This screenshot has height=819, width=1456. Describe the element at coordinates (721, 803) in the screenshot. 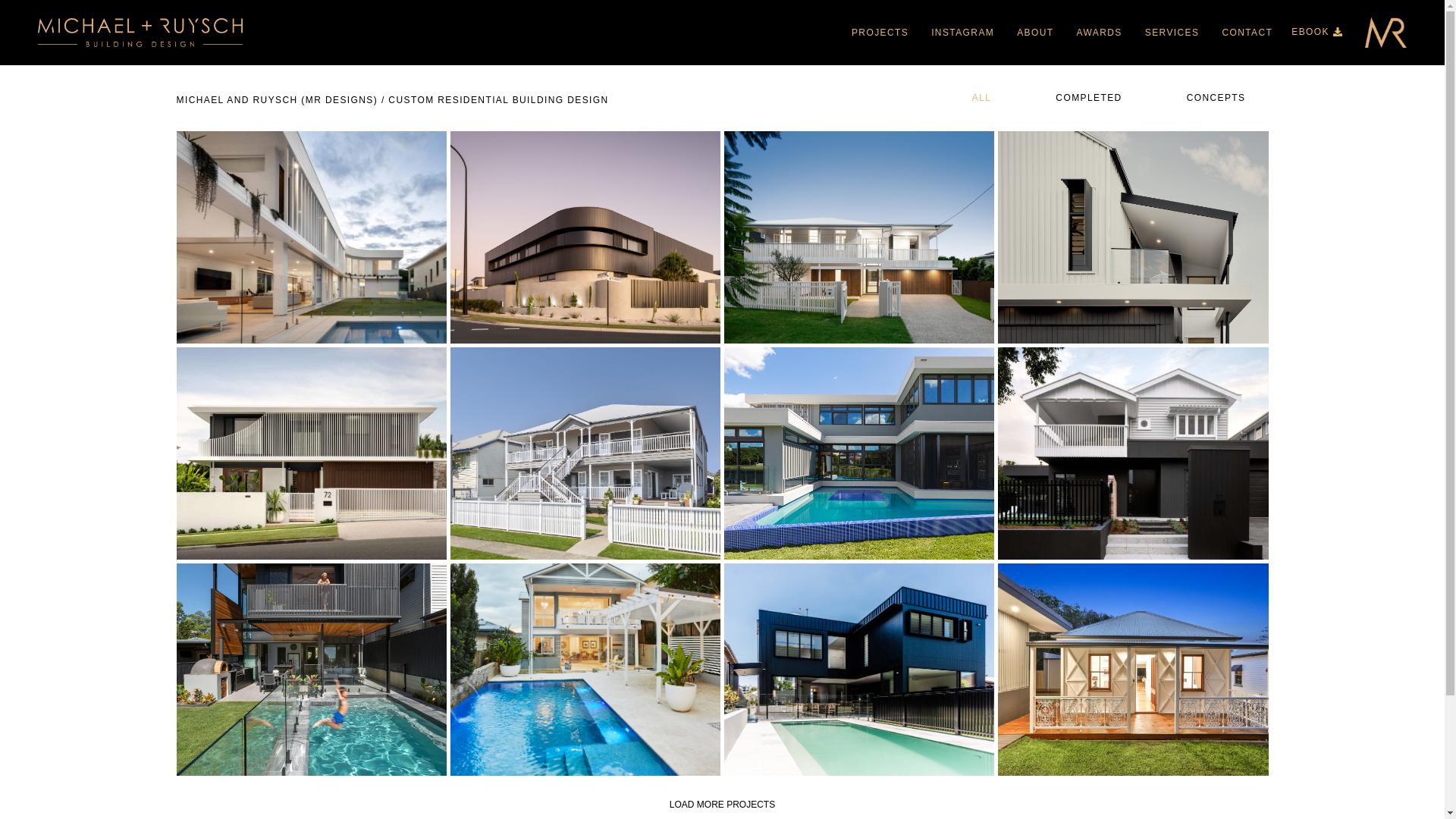

I see `'LOAD MORE PROJECTS'` at that location.